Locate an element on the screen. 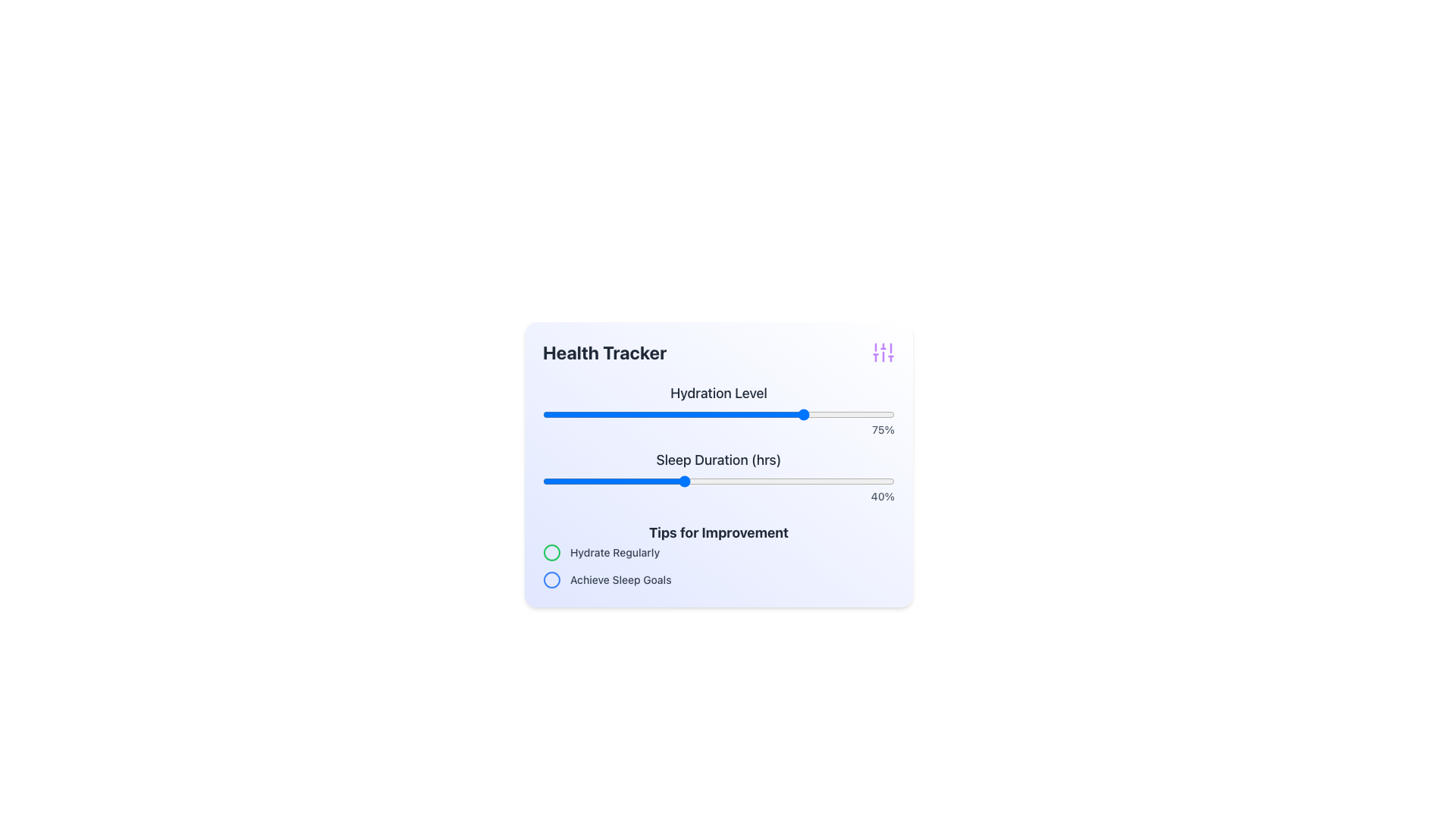 Image resolution: width=1456 pixels, height=819 pixels. the associated icon of the List item featuring the text 'Achieve Sleep Goals' located in the 'Tips for Improvement' section is located at coordinates (718, 579).